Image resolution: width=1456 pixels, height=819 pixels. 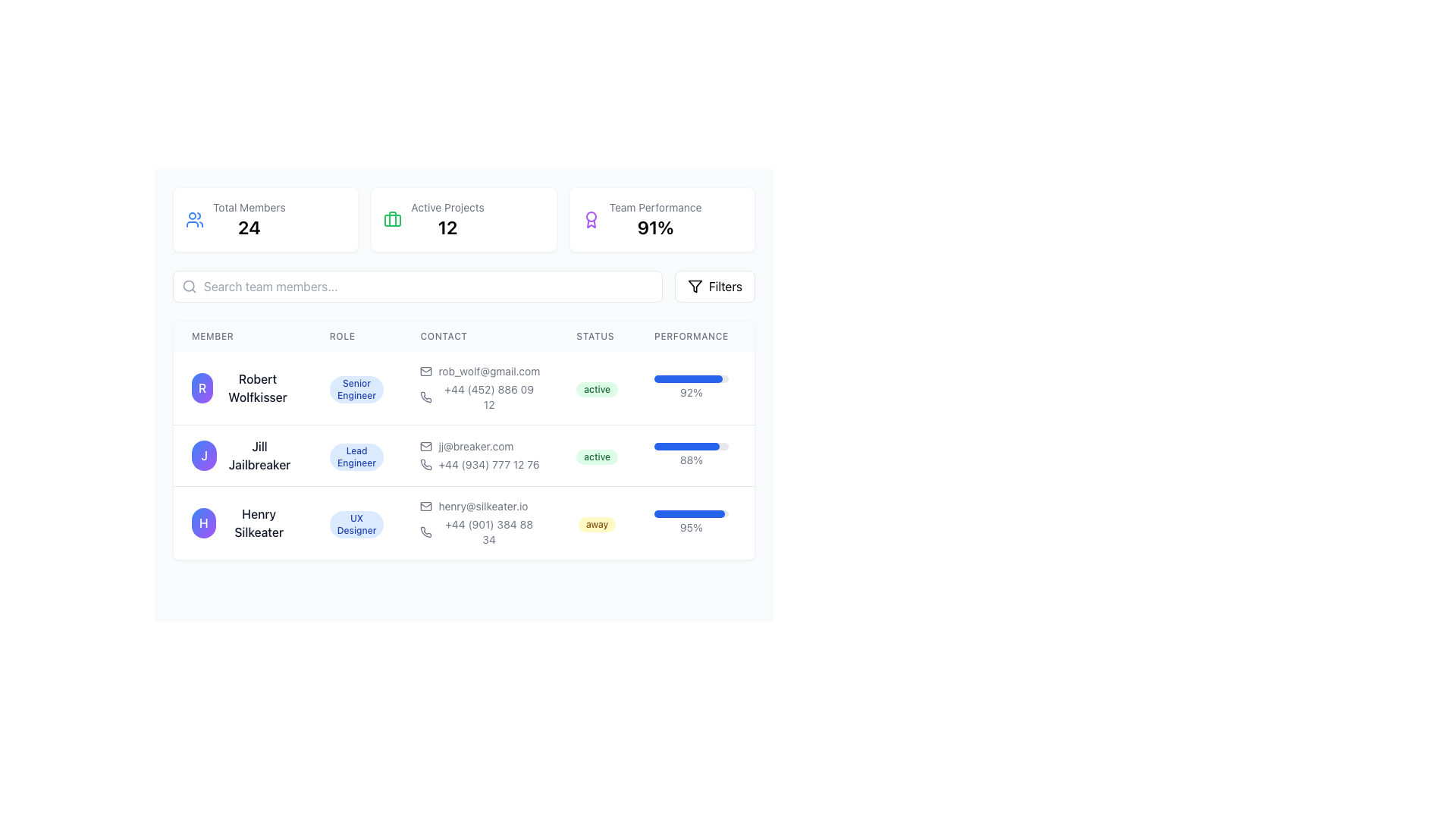 I want to click on the label in the 'ROLE' column that indicates the designation of the team member, Jill Jailbreaker, located in the second row of the team information table, so click(x=356, y=456).